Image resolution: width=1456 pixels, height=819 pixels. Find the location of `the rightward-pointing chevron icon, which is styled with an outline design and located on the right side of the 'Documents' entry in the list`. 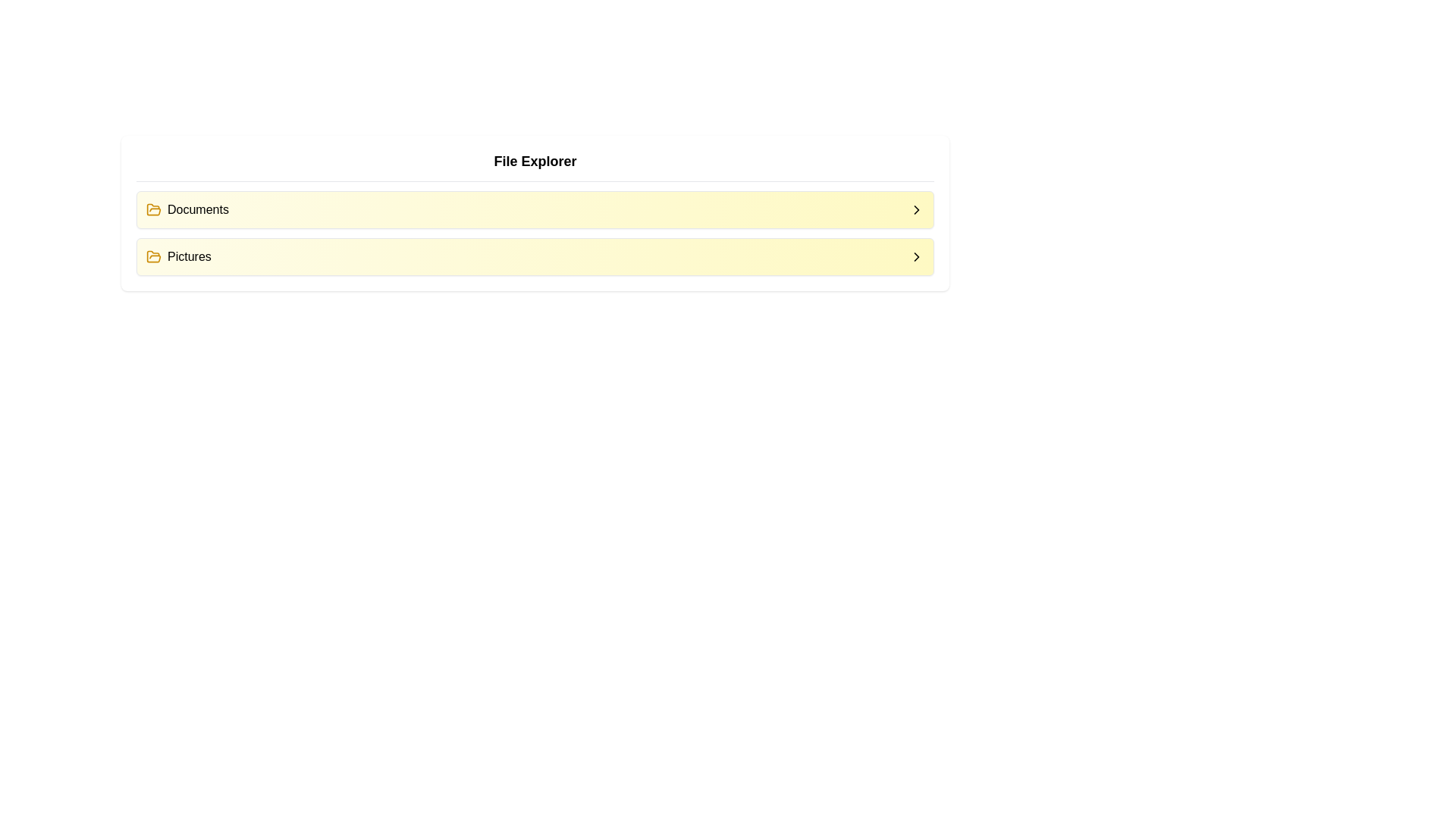

the rightward-pointing chevron icon, which is styled with an outline design and located on the right side of the 'Documents' entry in the list is located at coordinates (916, 210).